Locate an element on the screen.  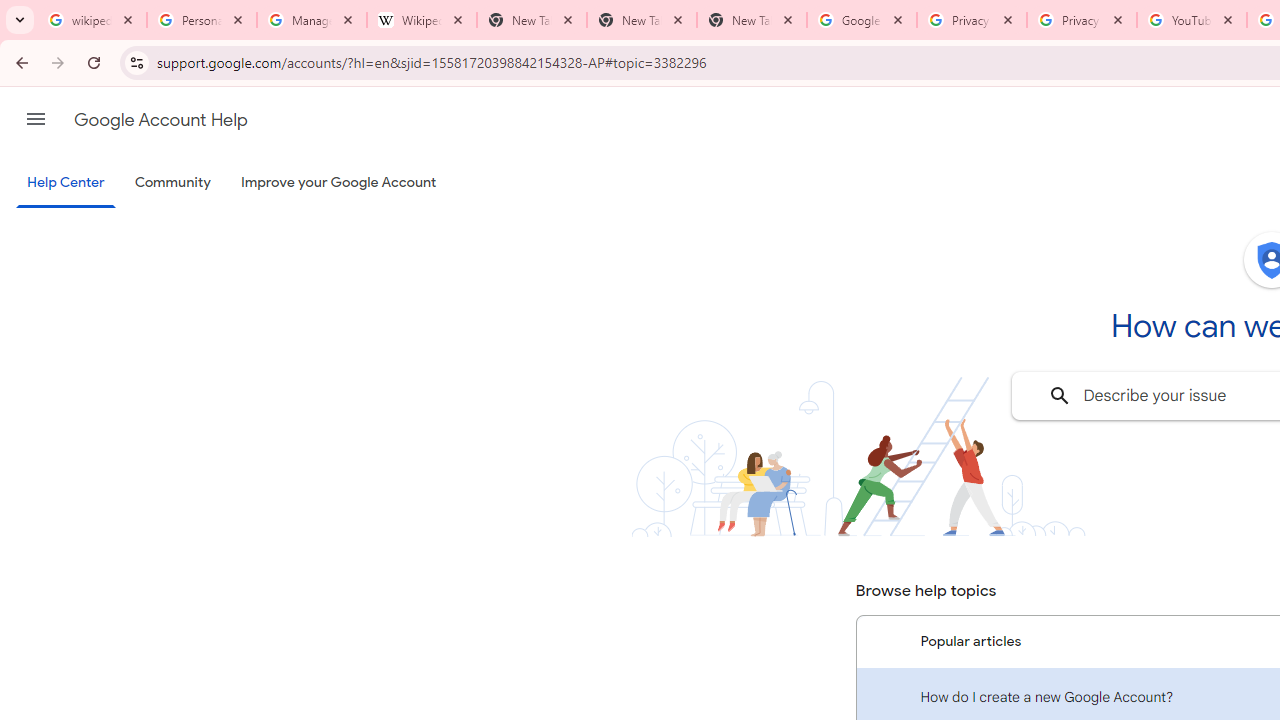
'New Tab' is located at coordinates (751, 20).